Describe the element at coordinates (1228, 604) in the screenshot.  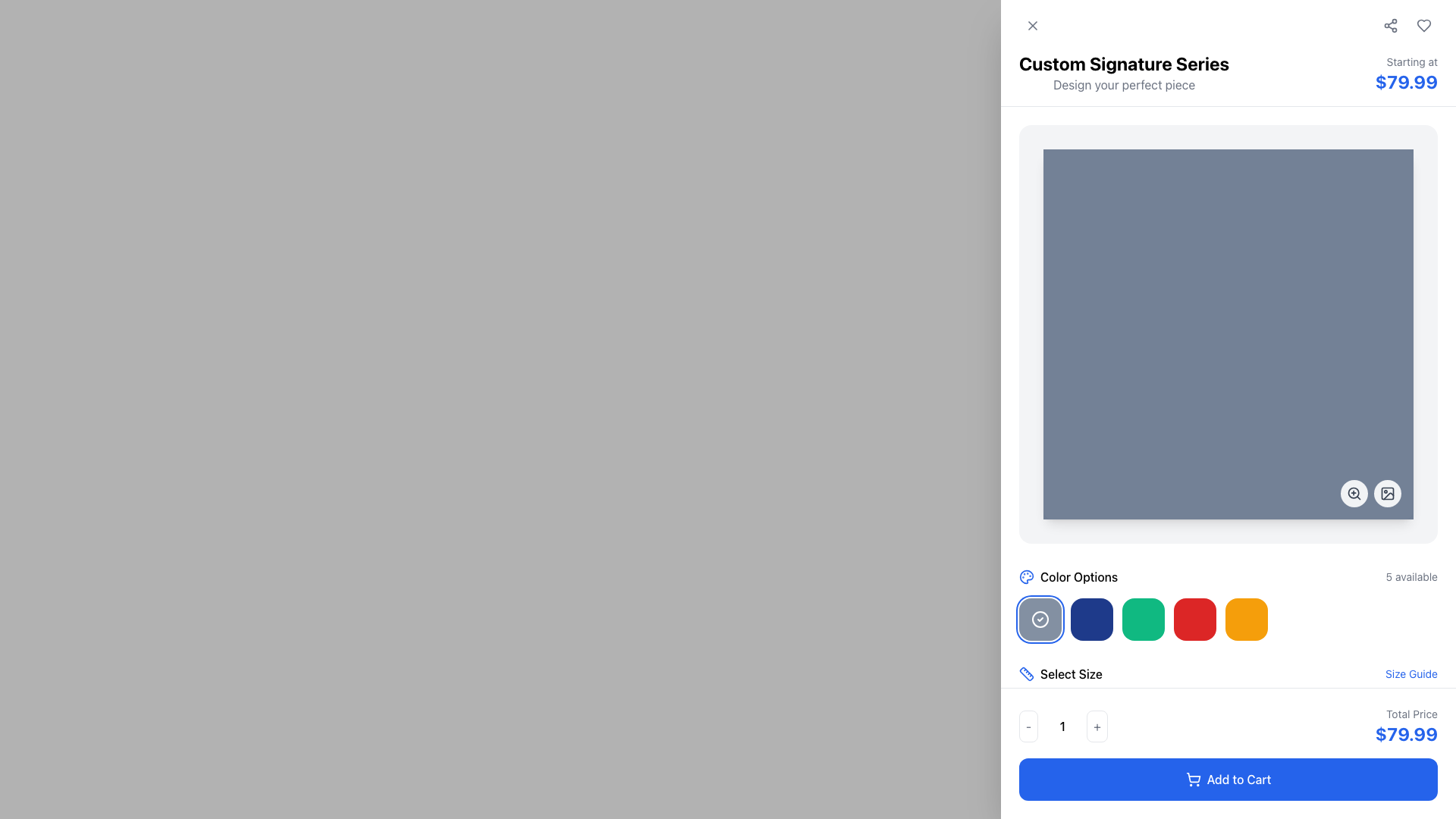
I see `the selected color square in the Color Selector, which is visually represented by color-coded squares with rounded corners and outlined with a blue ring, located below the main product image and above the size selection section` at that location.